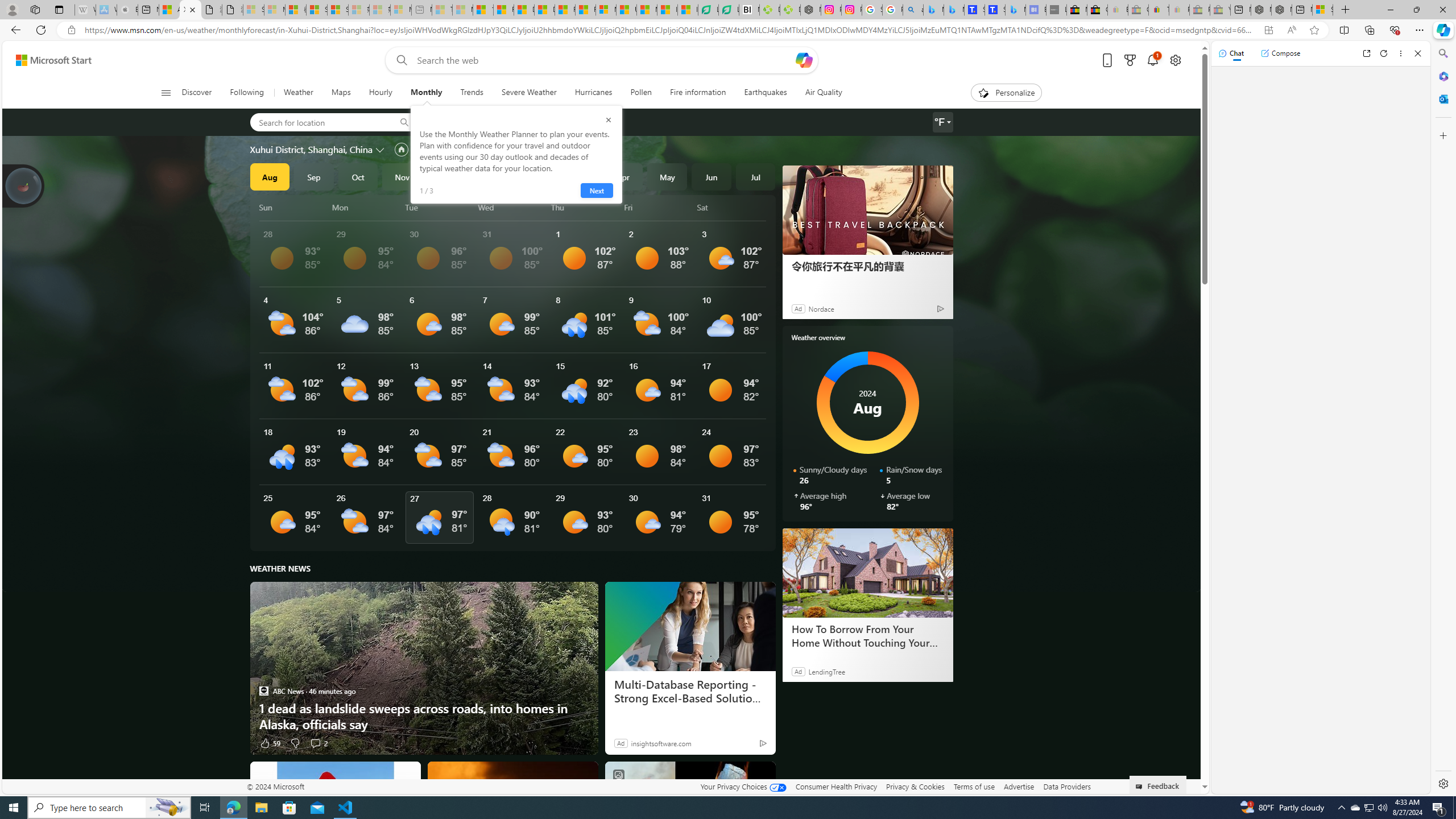 This screenshot has height=819, width=1456. I want to click on 'Apr', so click(622, 176).